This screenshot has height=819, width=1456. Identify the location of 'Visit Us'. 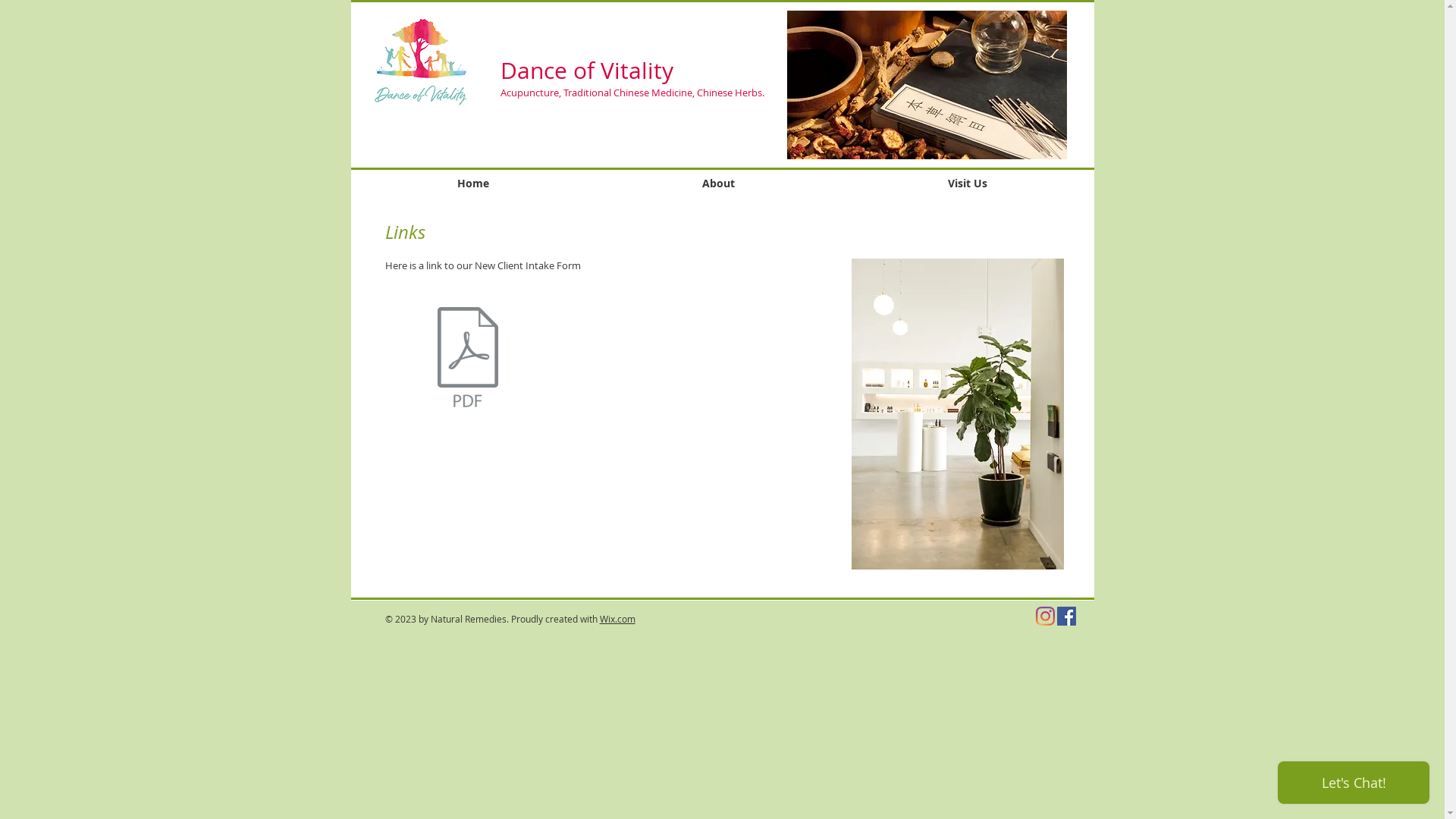
(840, 183).